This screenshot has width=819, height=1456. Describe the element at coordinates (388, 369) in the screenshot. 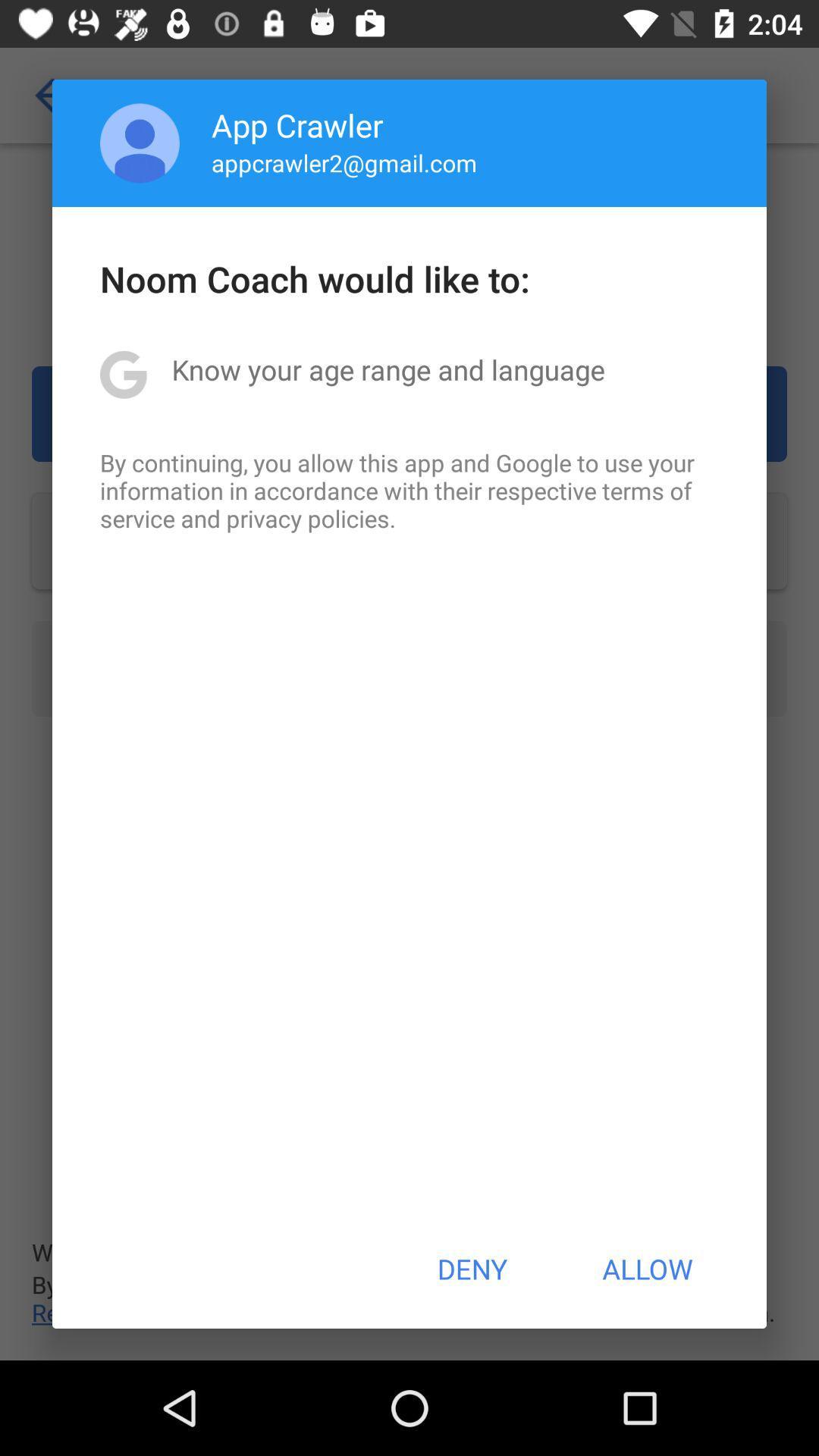

I see `icon below the noom coach would` at that location.